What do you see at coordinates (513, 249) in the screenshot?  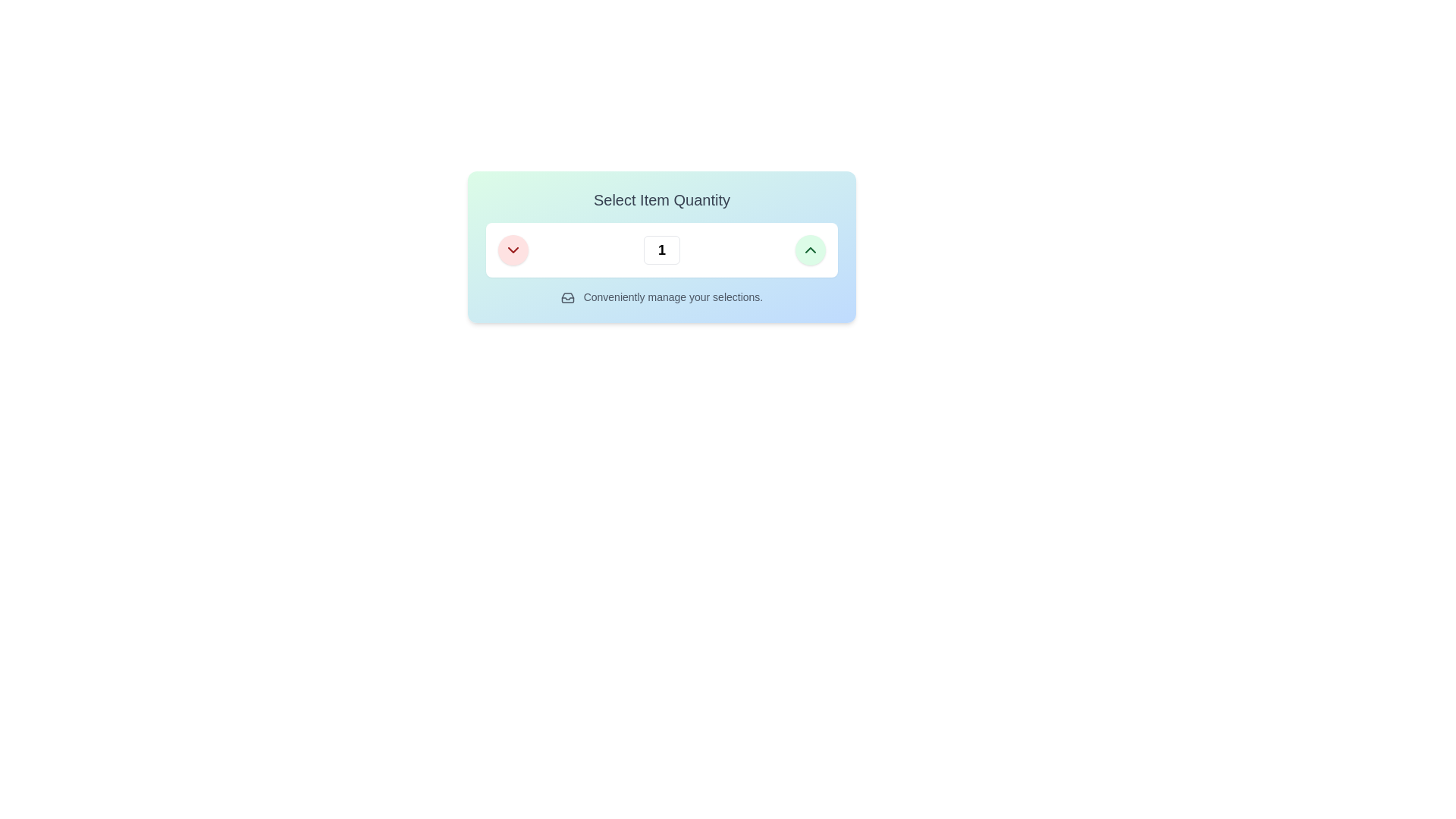 I see `the decrease button located to the left of the text field displaying the value '1'` at bounding box center [513, 249].